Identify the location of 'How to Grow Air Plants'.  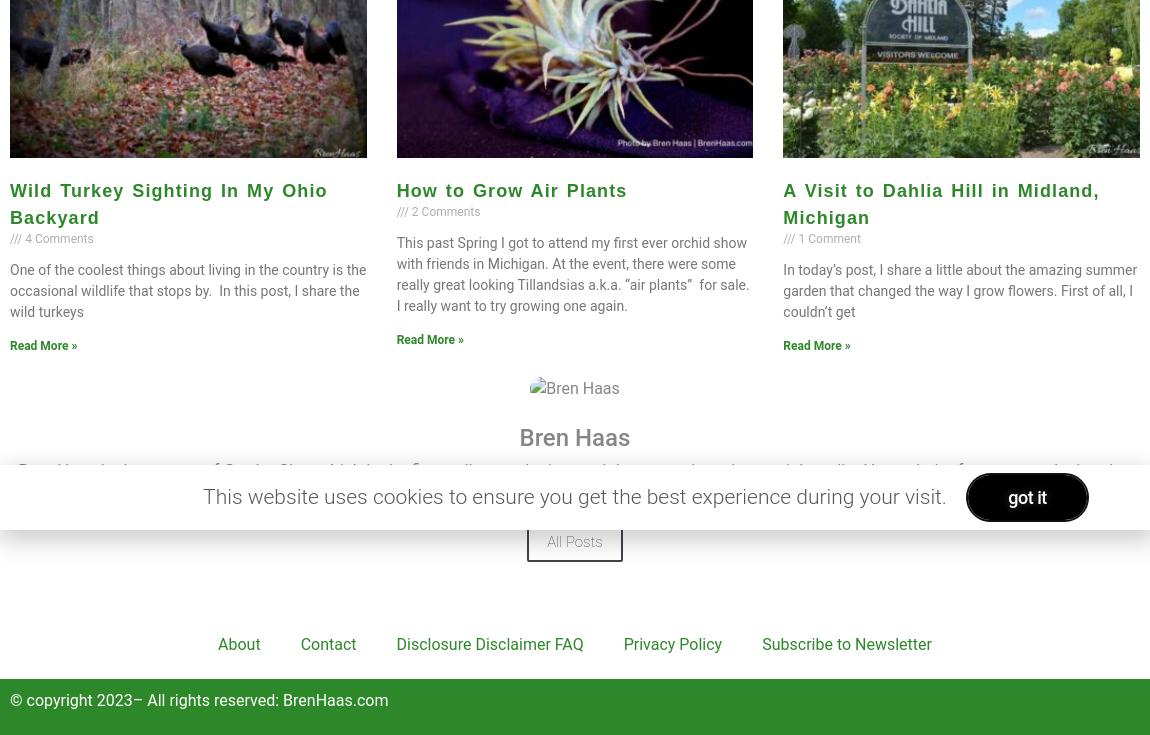
(511, 189).